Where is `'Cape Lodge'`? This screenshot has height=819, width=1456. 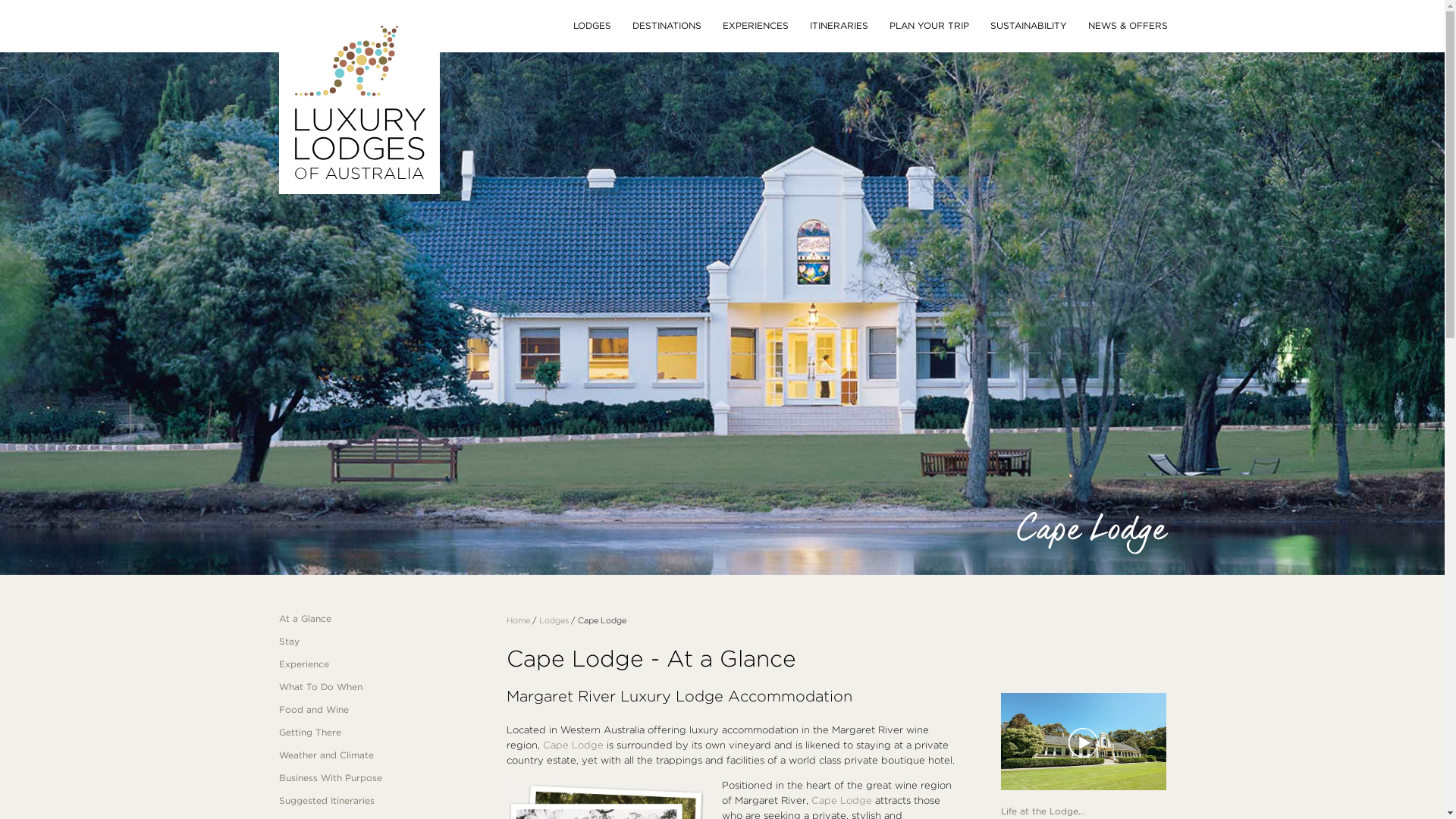 'Cape Lodge' is located at coordinates (573, 744).